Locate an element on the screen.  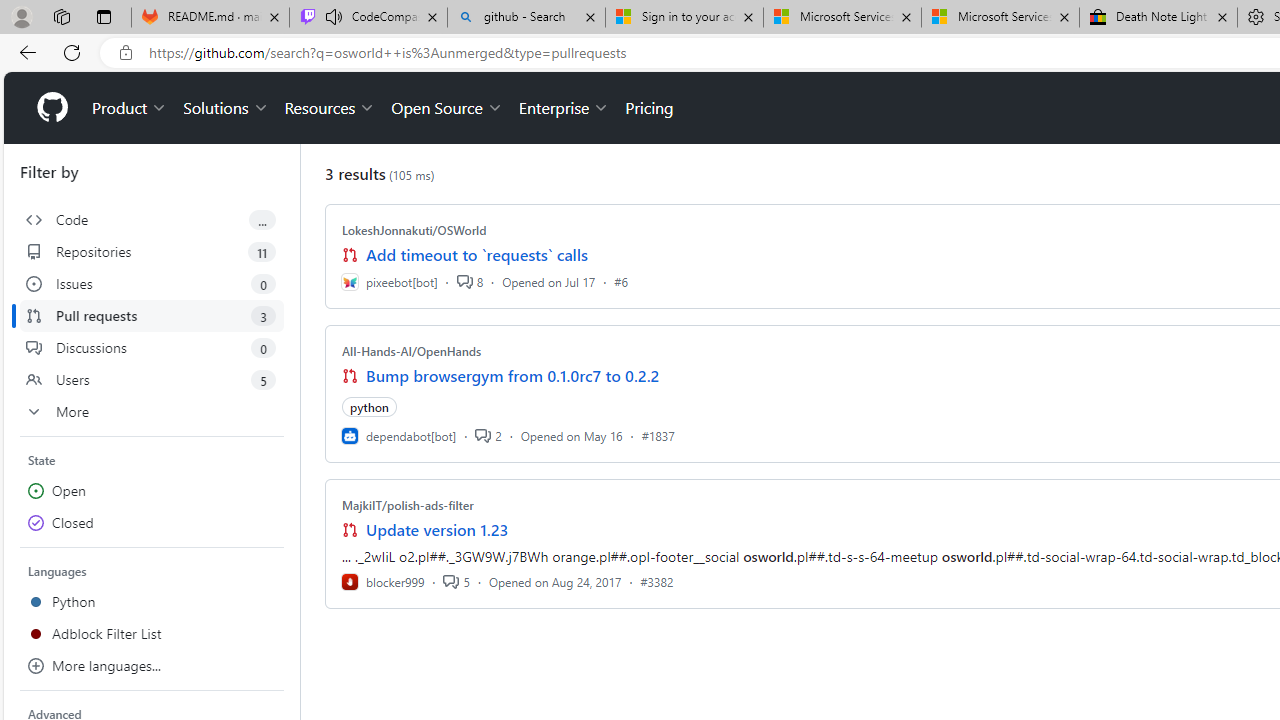
'MajkiIT/polish-ads-filter' is located at coordinates (406, 504).